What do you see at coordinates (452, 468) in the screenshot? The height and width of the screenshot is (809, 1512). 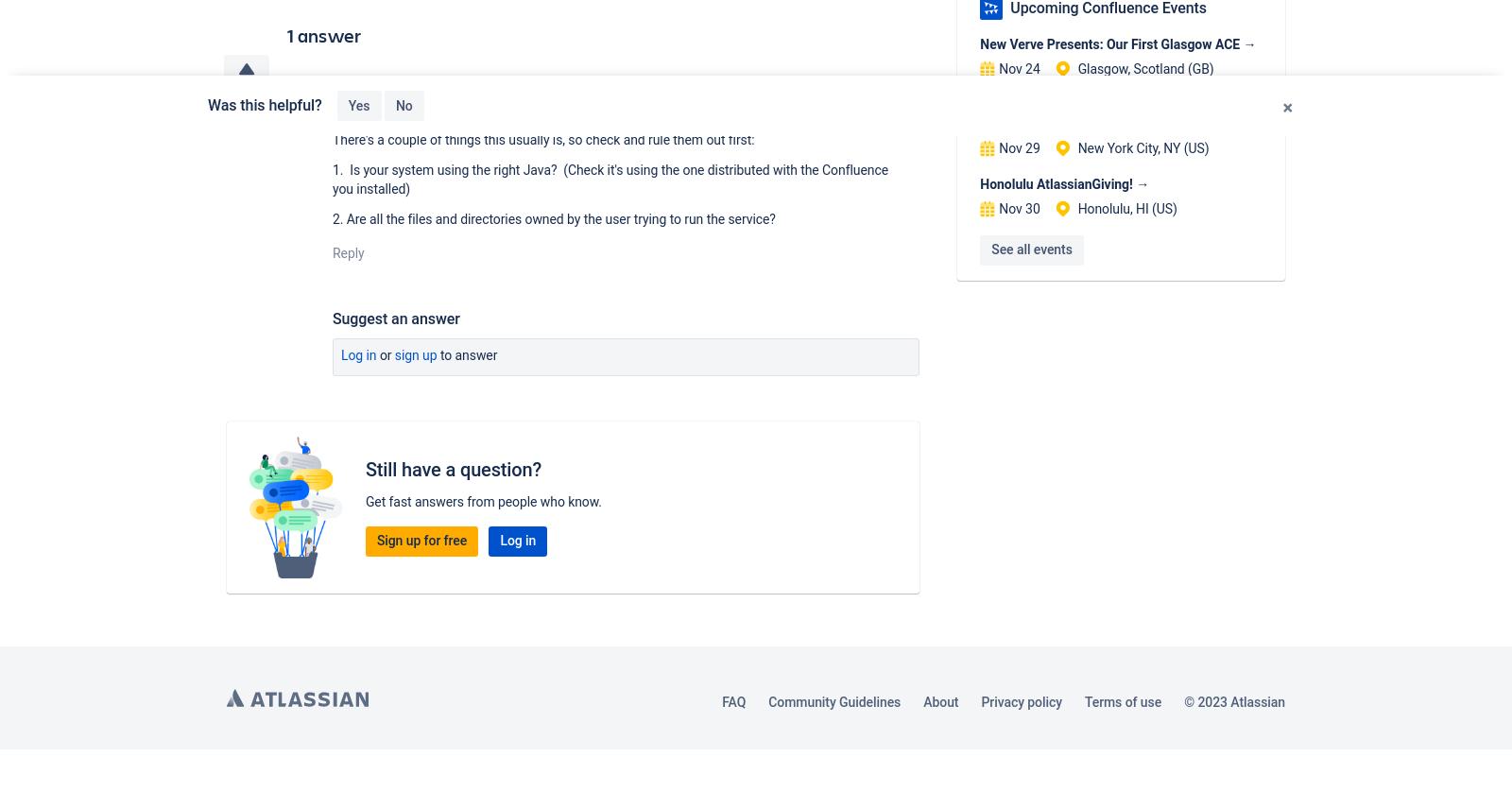 I see `'Still have a question?'` at bounding box center [452, 468].